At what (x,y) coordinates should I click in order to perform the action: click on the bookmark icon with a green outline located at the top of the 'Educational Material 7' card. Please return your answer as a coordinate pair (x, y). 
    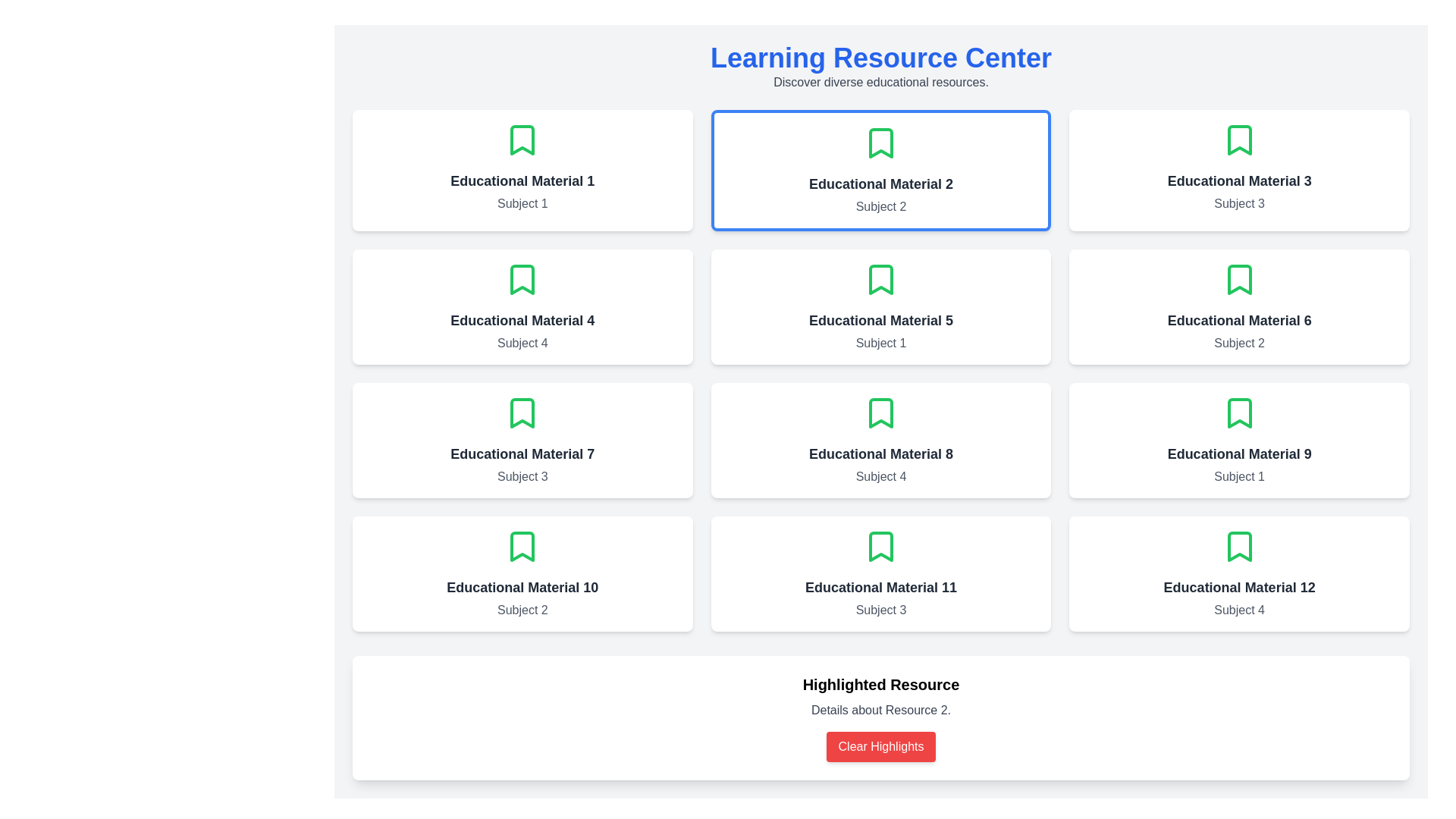
    Looking at the image, I should click on (522, 413).